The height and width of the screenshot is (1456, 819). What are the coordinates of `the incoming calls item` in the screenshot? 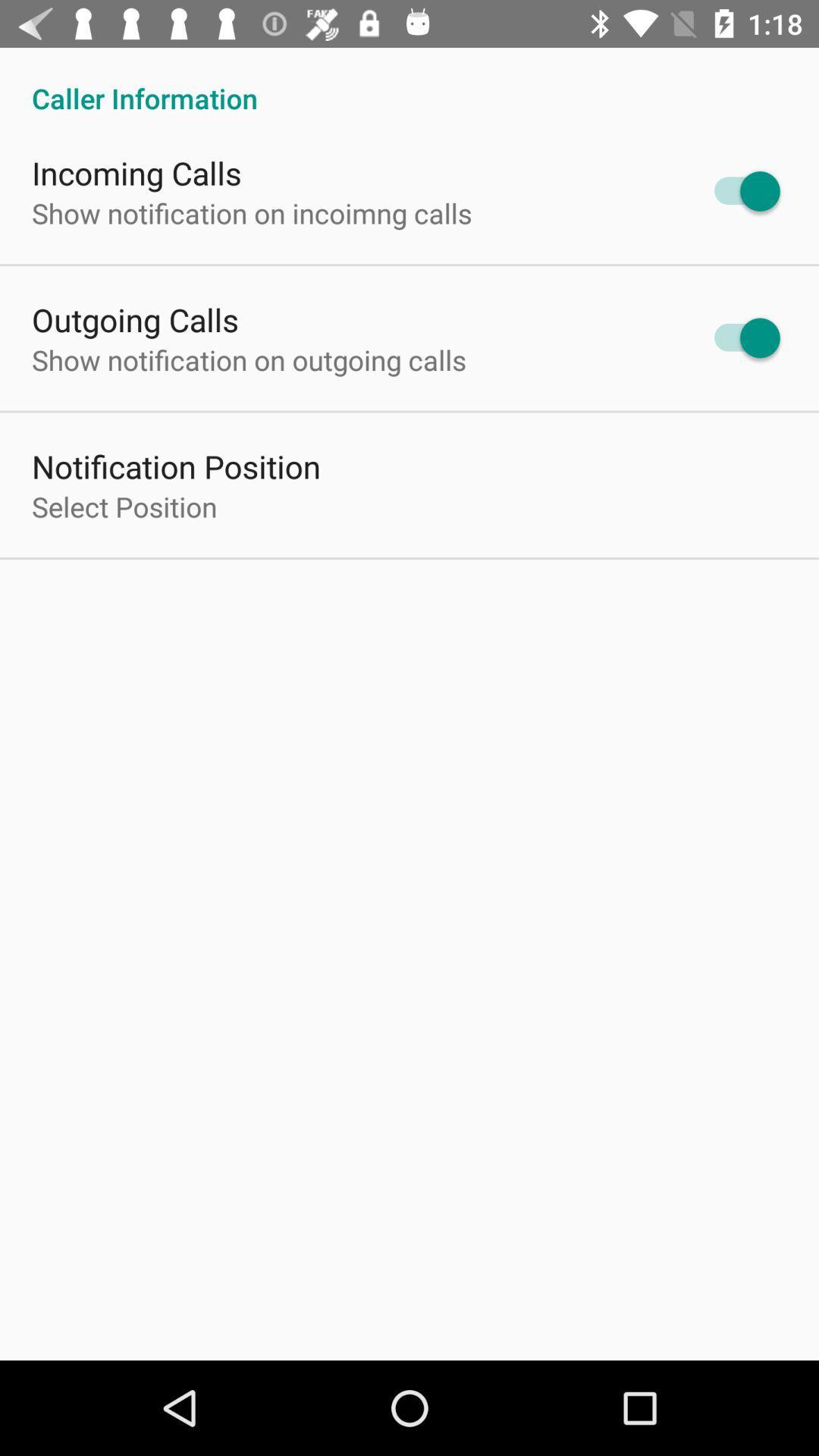 It's located at (136, 173).